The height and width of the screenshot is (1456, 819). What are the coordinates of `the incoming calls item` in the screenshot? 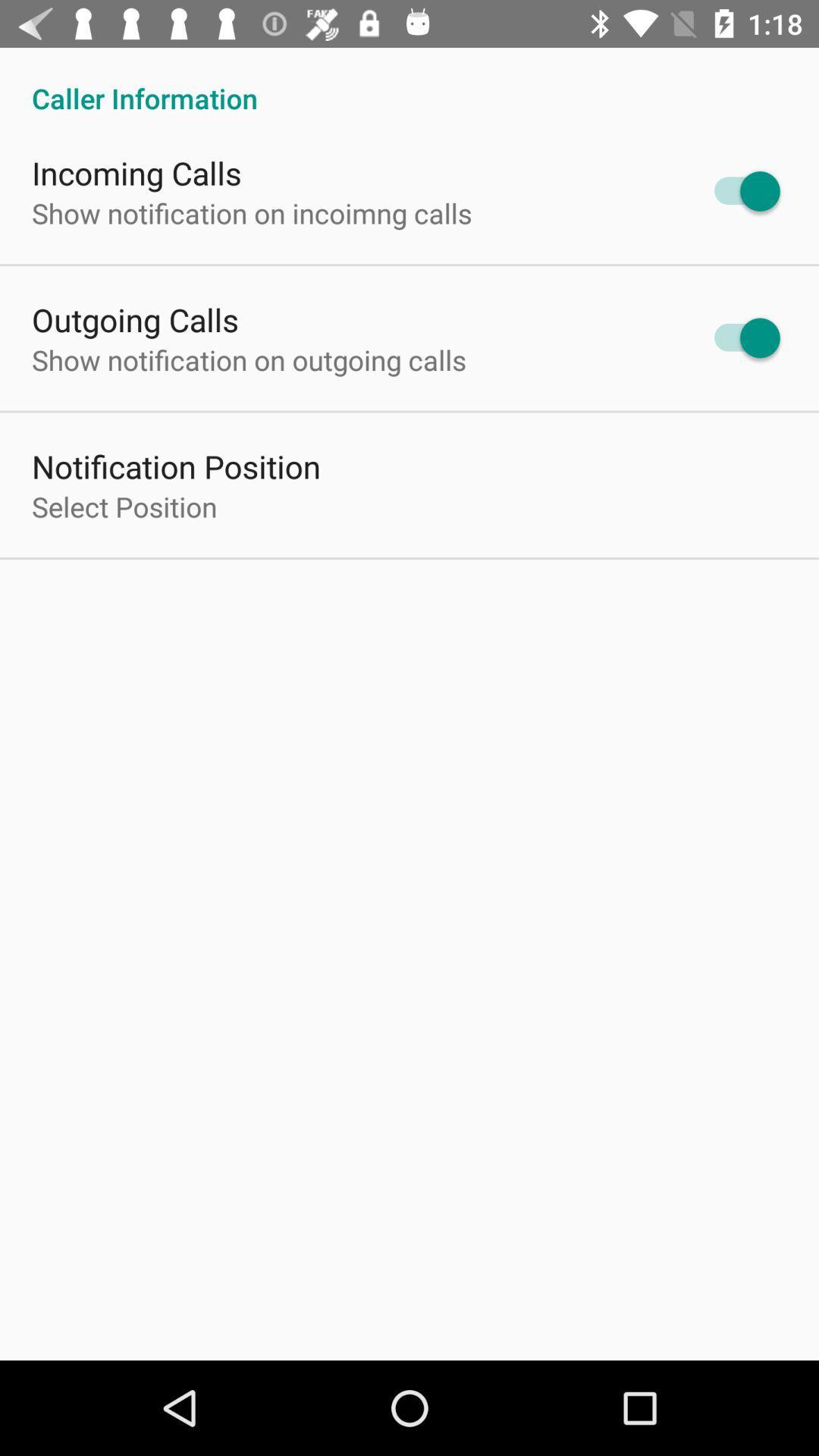 It's located at (136, 173).